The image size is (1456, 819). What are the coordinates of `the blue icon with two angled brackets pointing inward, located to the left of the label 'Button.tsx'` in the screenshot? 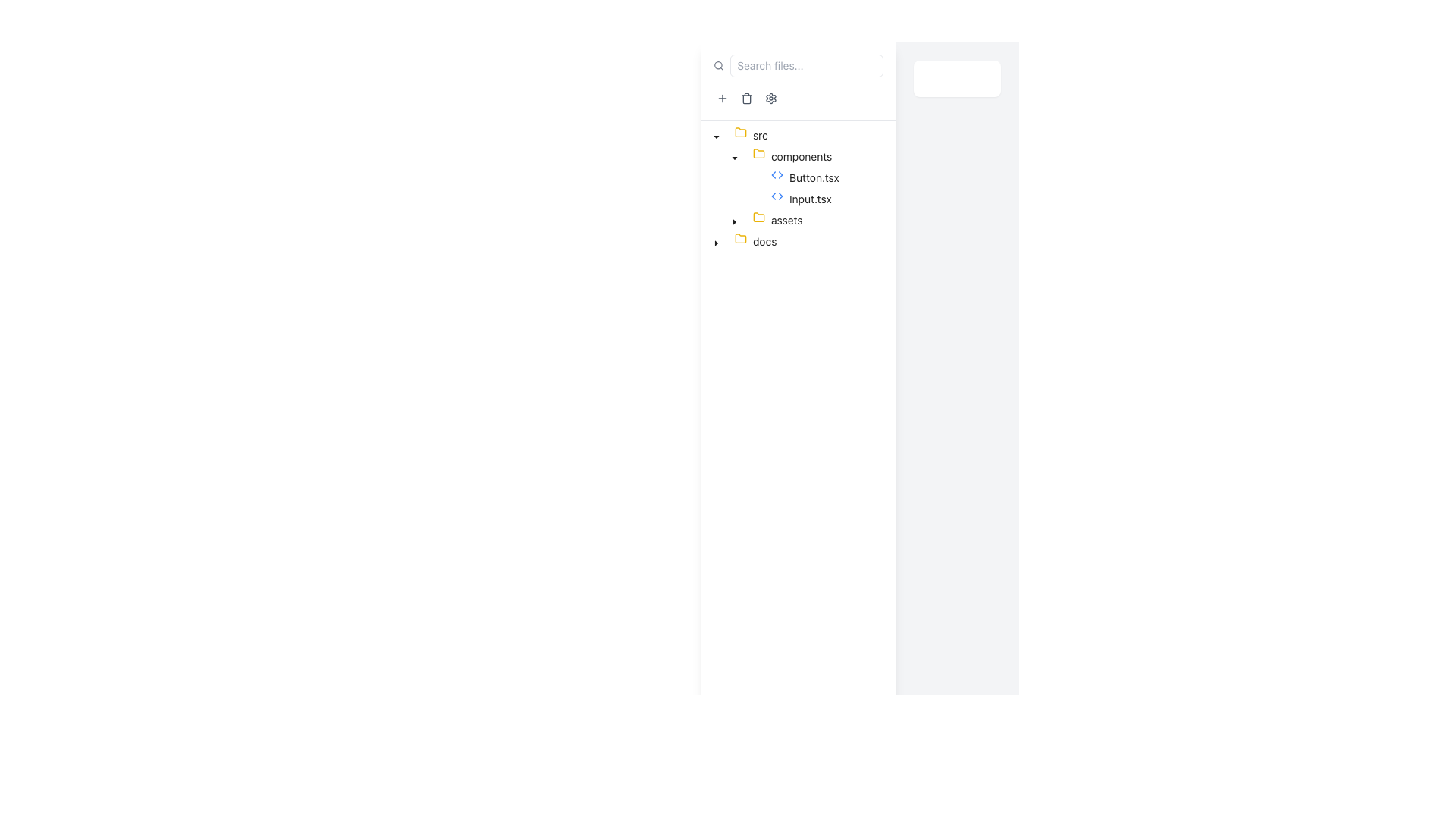 It's located at (780, 177).